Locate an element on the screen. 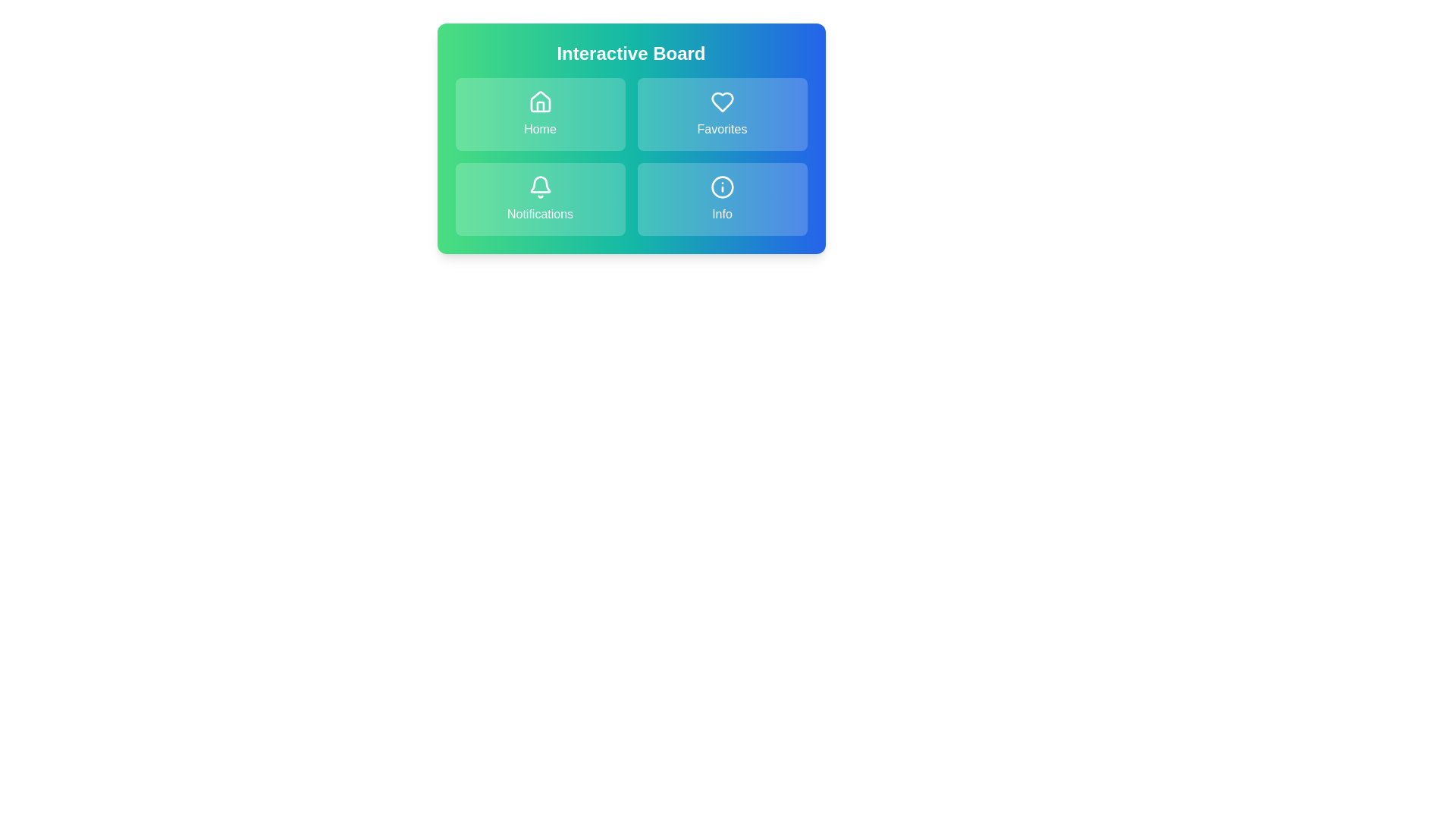 This screenshot has width=1456, height=819. the house icon with a white outline on a green background in the 'Interactive Board' section is located at coordinates (540, 102).